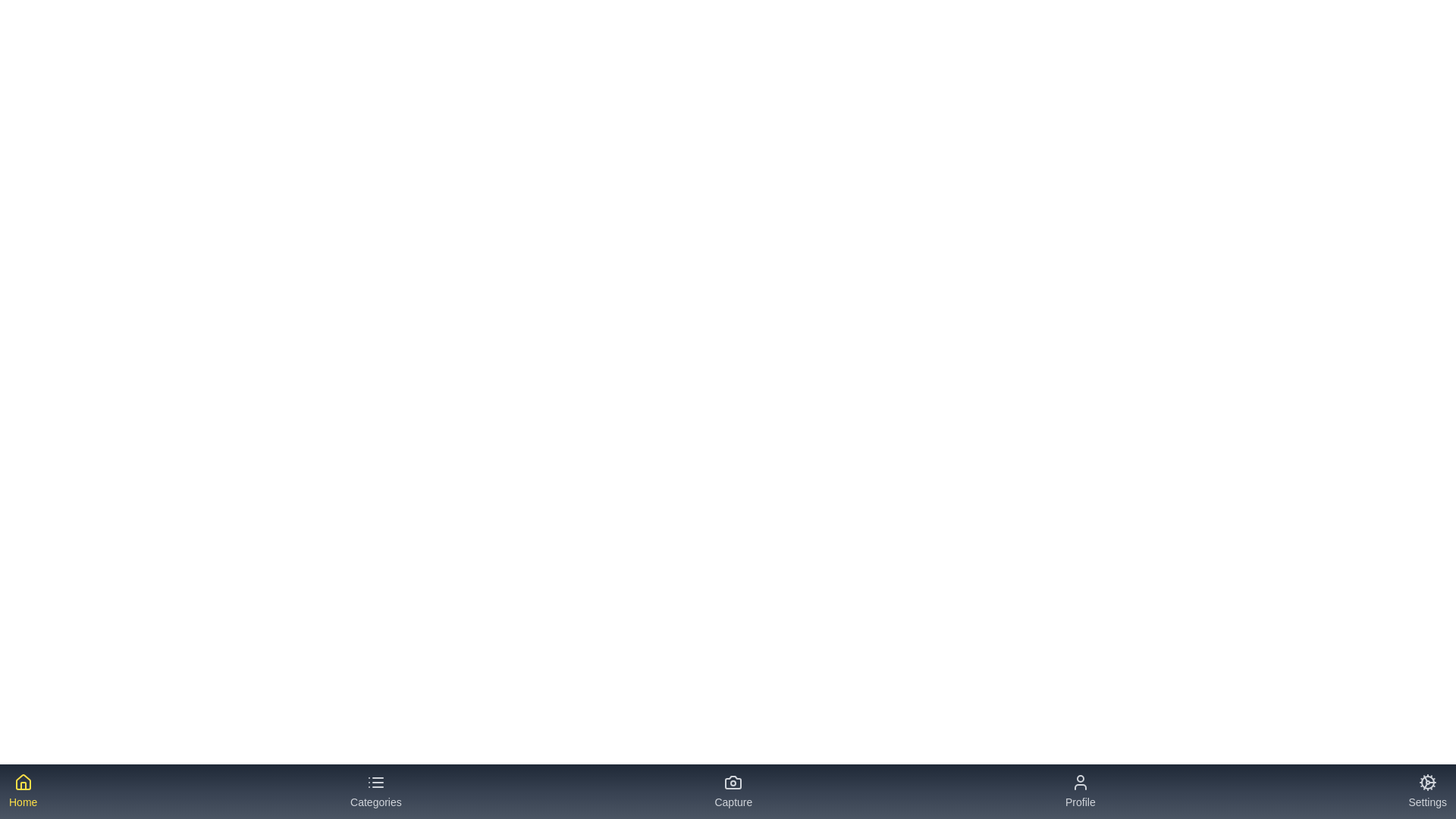  What do you see at coordinates (1079, 791) in the screenshot?
I see `the Profile tab in the bottom navigation bar` at bounding box center [1079, 791].